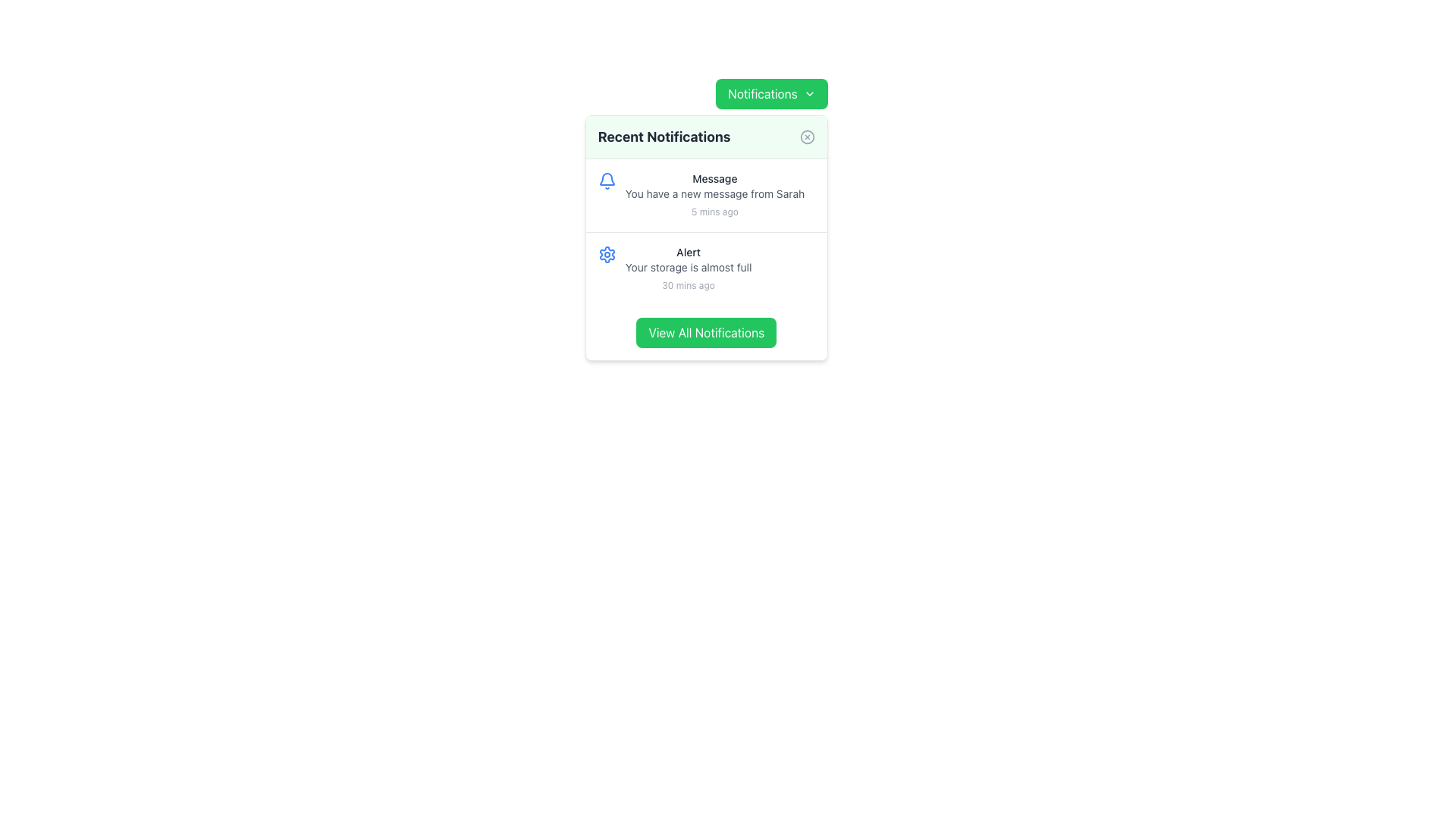  I want to click on the notification entry for the new message received from Sarah, which is the top entry under 'Recent Notifications' in the notification panel, so click(714, 195).